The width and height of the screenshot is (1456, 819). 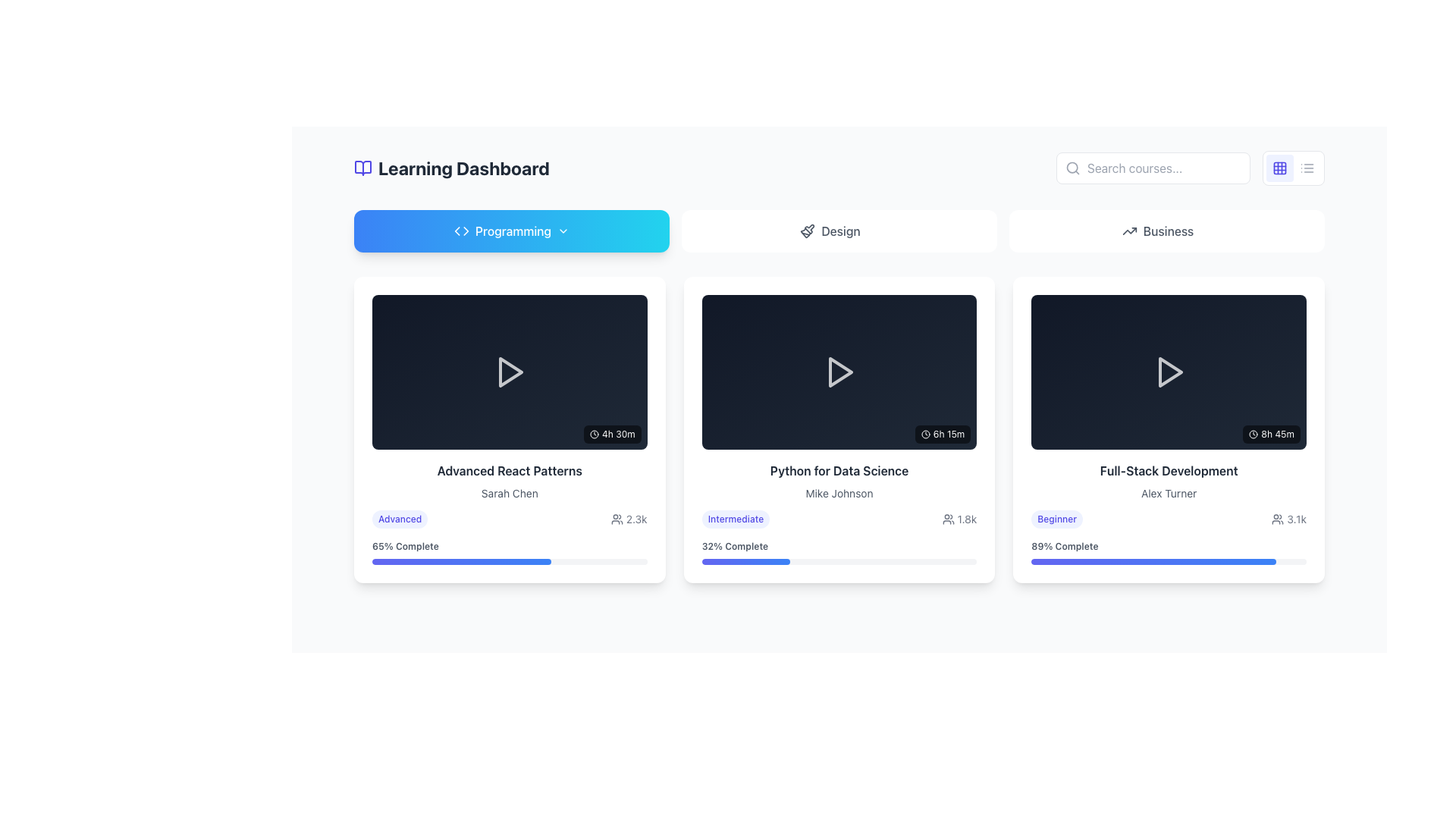 What do you see at coordinates (593, 434) in the screenshot?
I see `the clock icon located to the left of the text '4h 30m' in the bottom part of the 'Advanced React Patterns' card, which is in the right corner of the video thumbnail area under the 'Programming' section` at bounding box center [593, 434].